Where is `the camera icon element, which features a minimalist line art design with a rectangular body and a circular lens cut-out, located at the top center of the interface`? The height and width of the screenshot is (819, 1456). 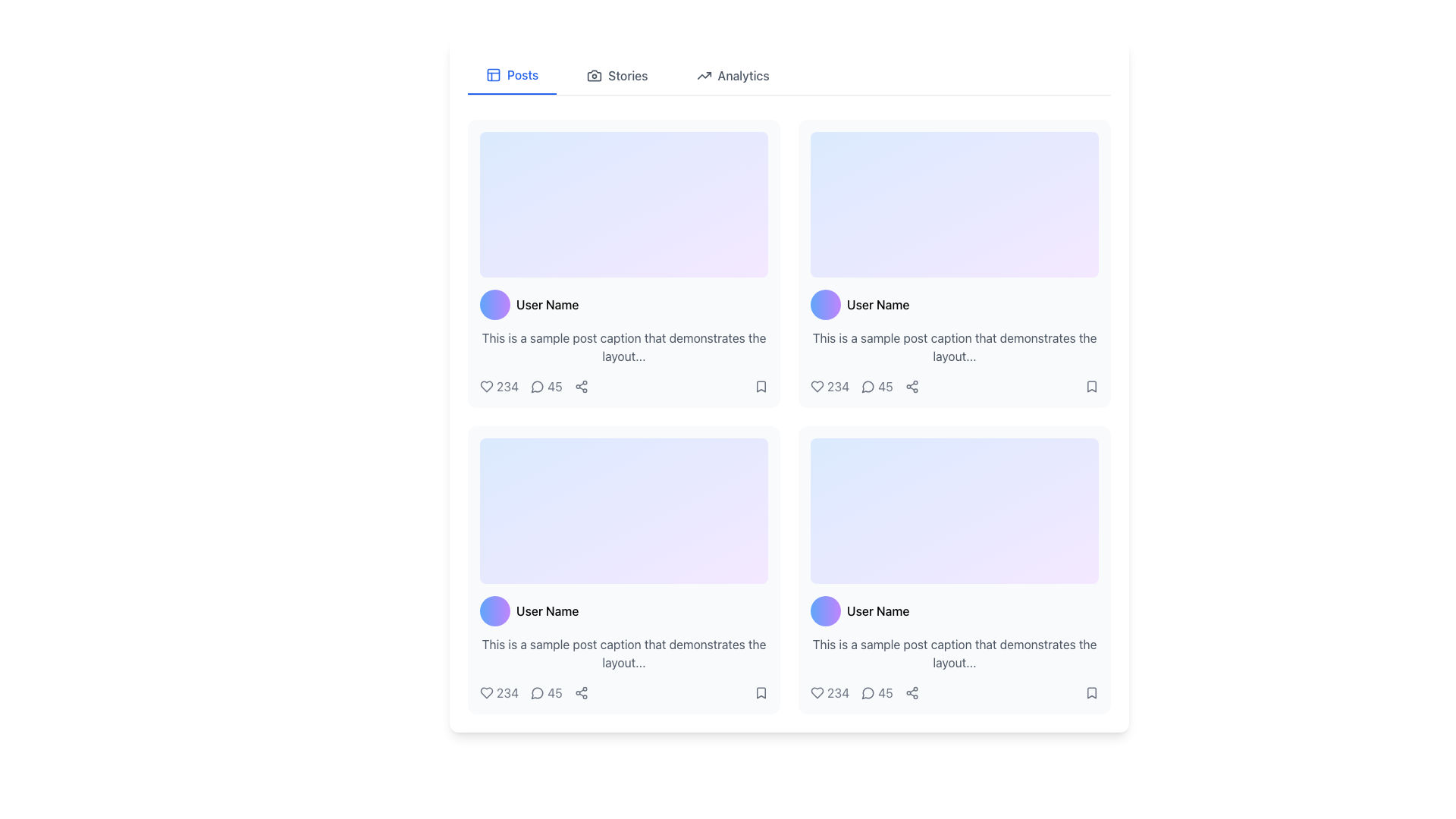
the camera icon element, which features a minimalist line art design with a rectangular body and a circular lens cut-out, located at the top center of the interface is located at coordinates (594, 76).